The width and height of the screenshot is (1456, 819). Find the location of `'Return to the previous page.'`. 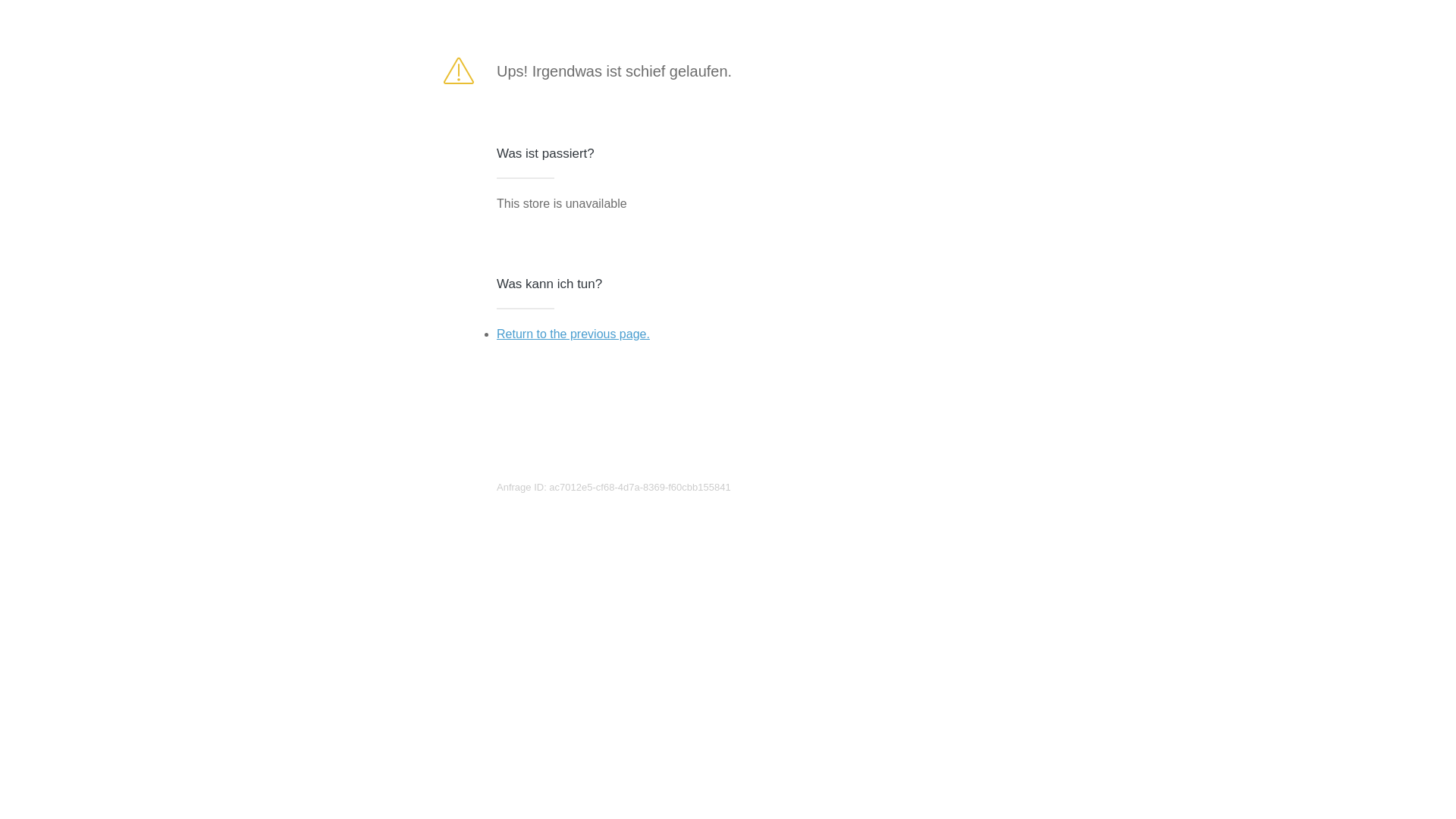

'Return to the previous page.' is located at coordinates (572, 333).